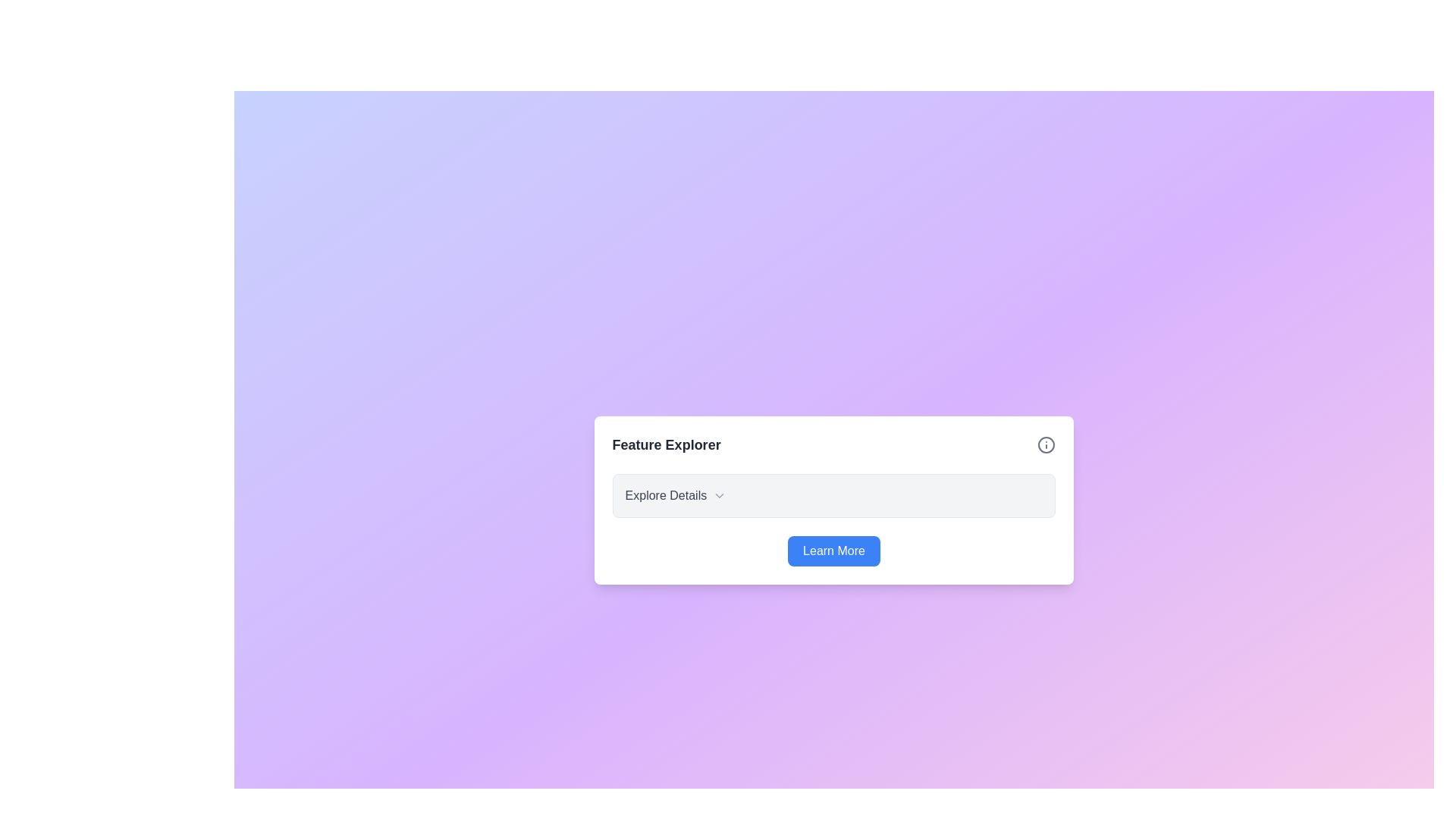 Image resolution: width=1456 pixels, height=819 pixels. I want to click on the text 'Feature Explorer' for copying by clicking on it, so click(667, 444).